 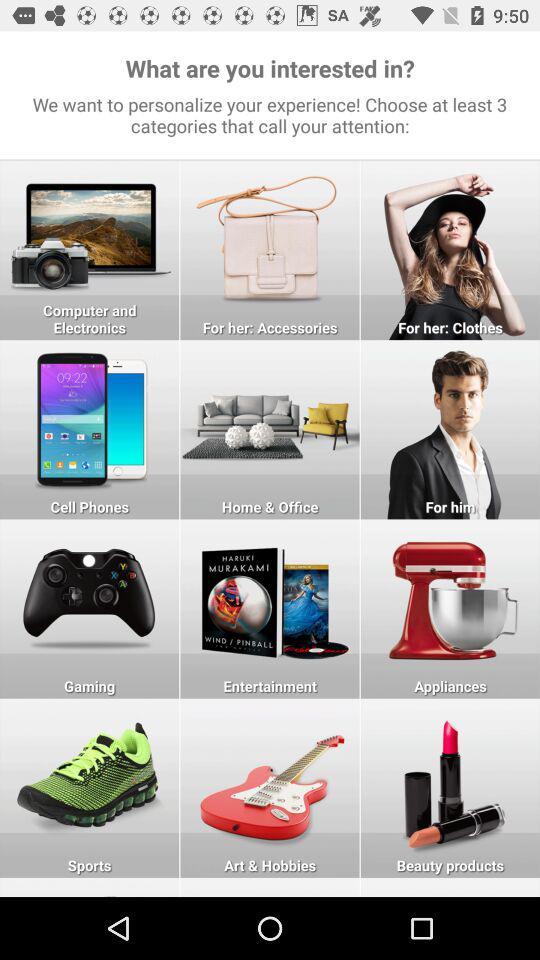 What do you see at coordinates (450, 429) in the screenshot?
I see `image for click` at bounding box center [450, 429].